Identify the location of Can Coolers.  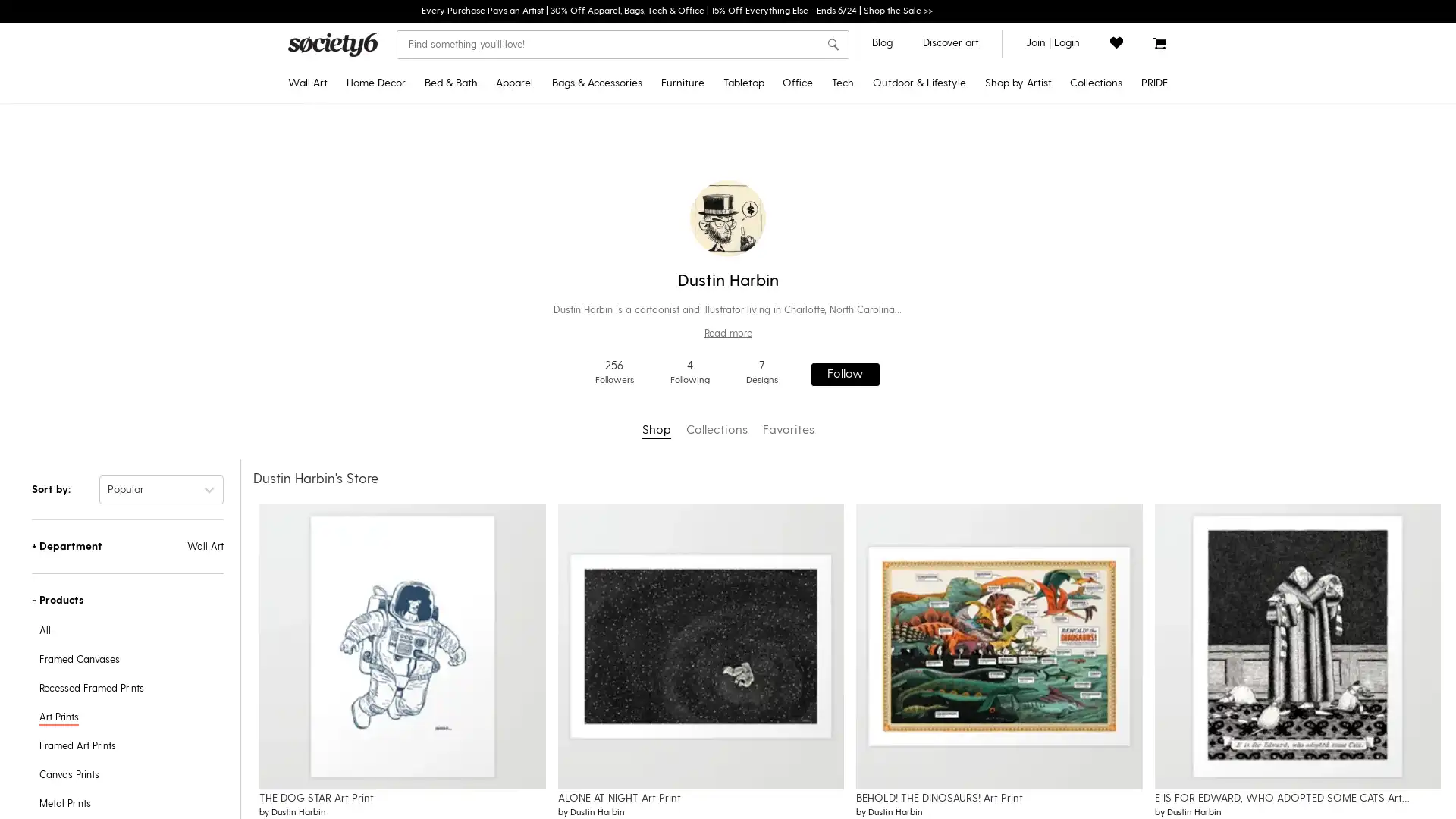
(939, 317).